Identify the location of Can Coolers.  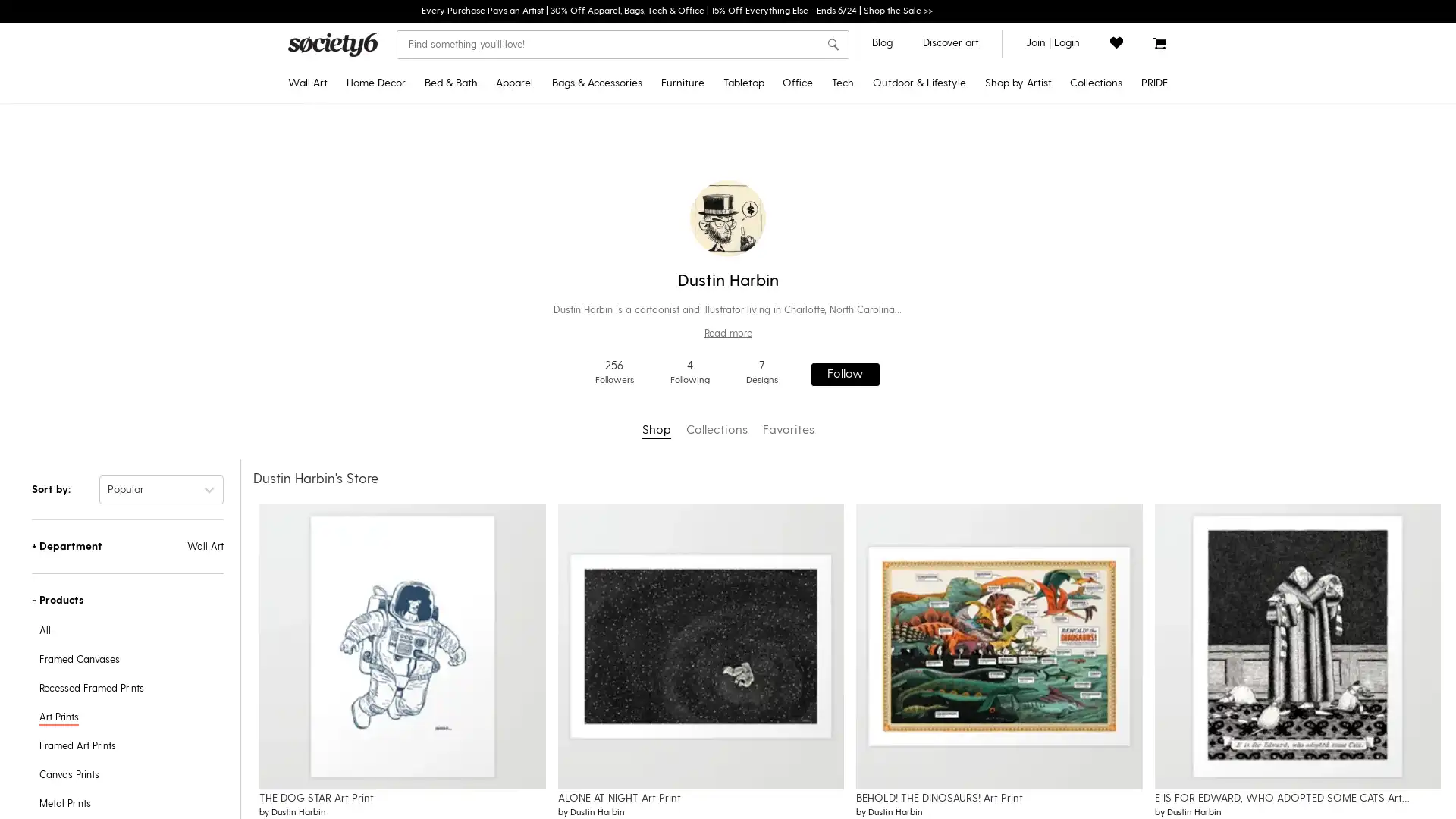
(939, 317).